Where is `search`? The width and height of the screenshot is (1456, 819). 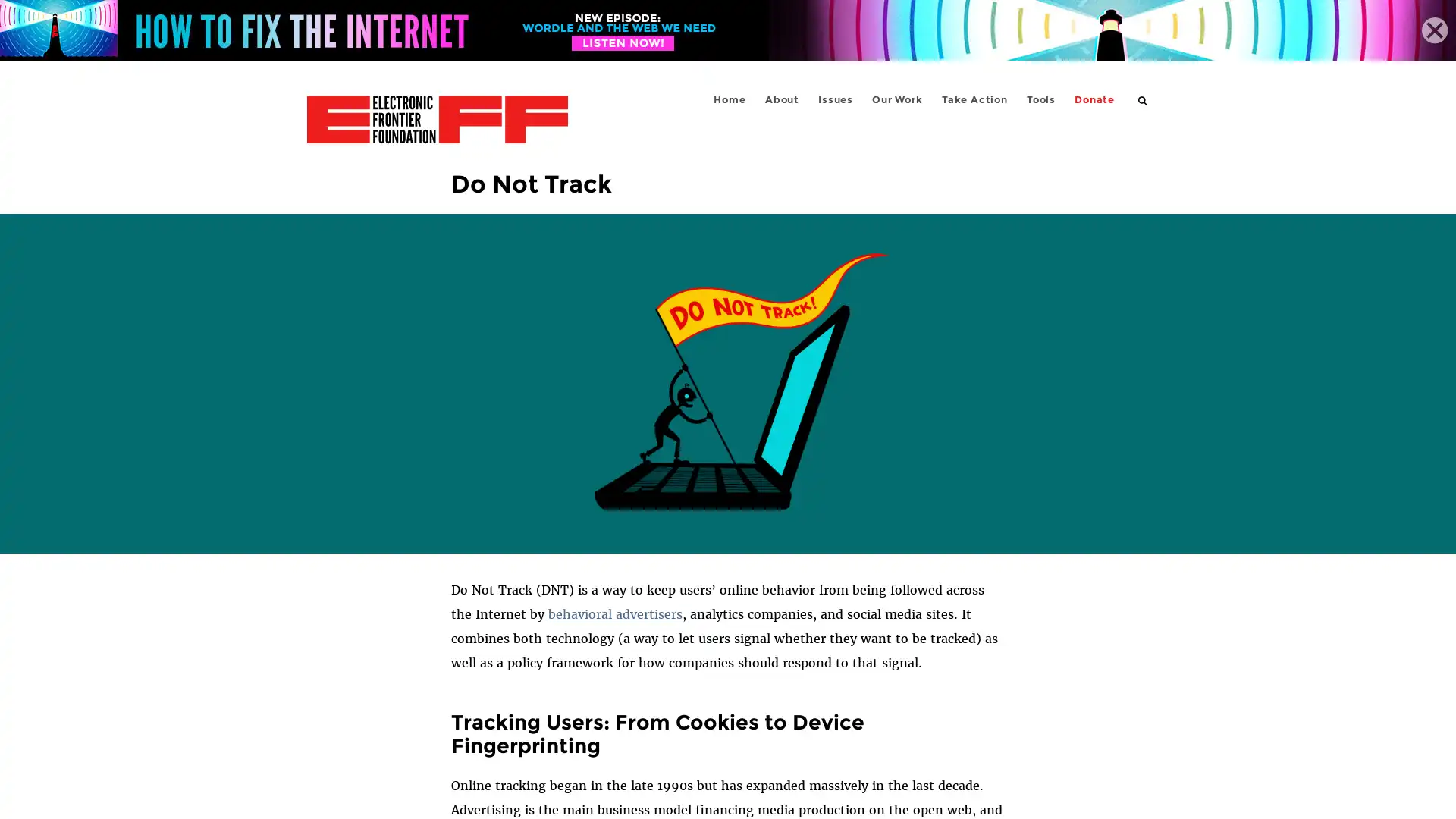
search is located at coordinates (1143, 99).